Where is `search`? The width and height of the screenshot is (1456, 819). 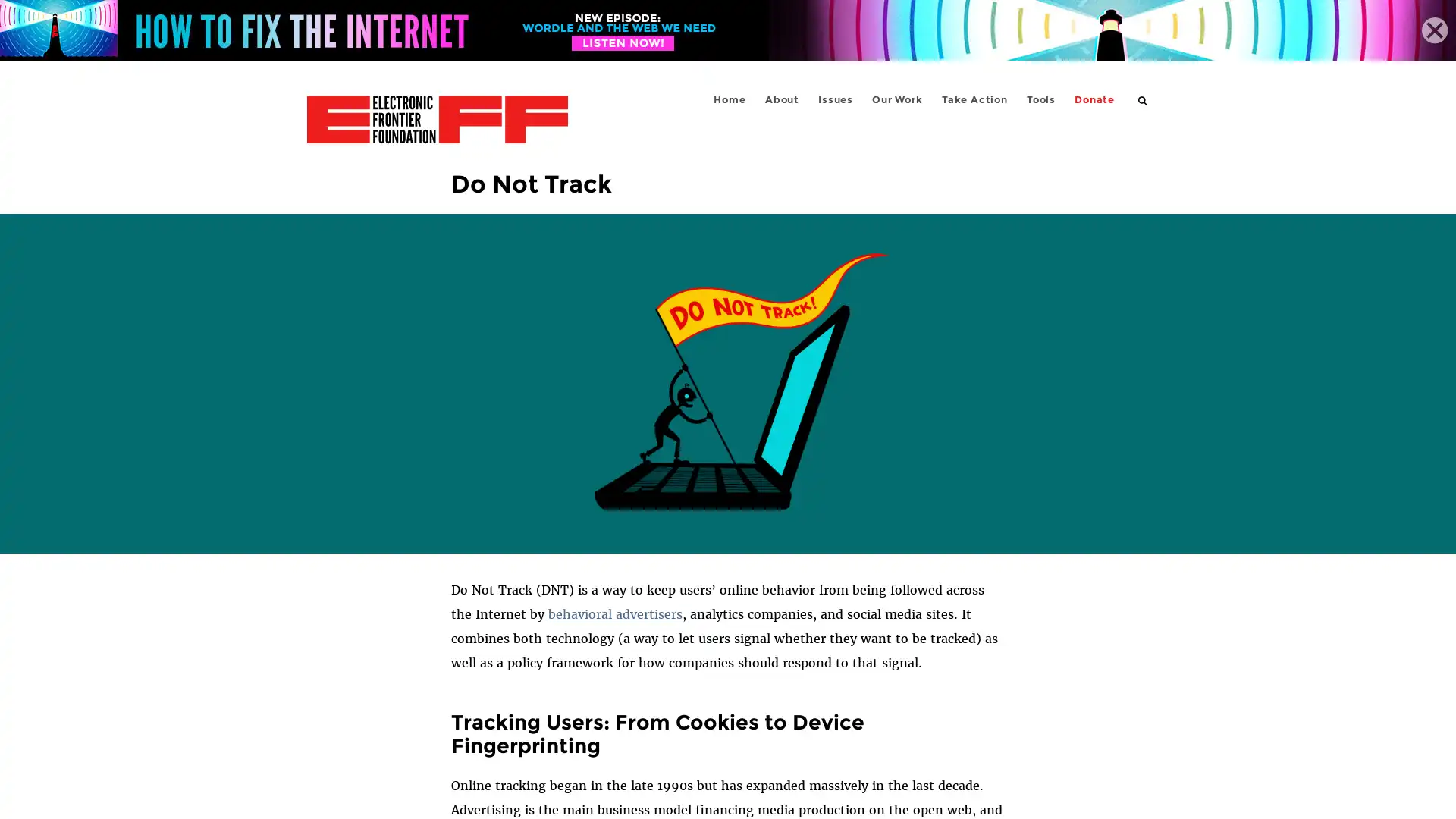
search is located at coordinates (1143, 99).